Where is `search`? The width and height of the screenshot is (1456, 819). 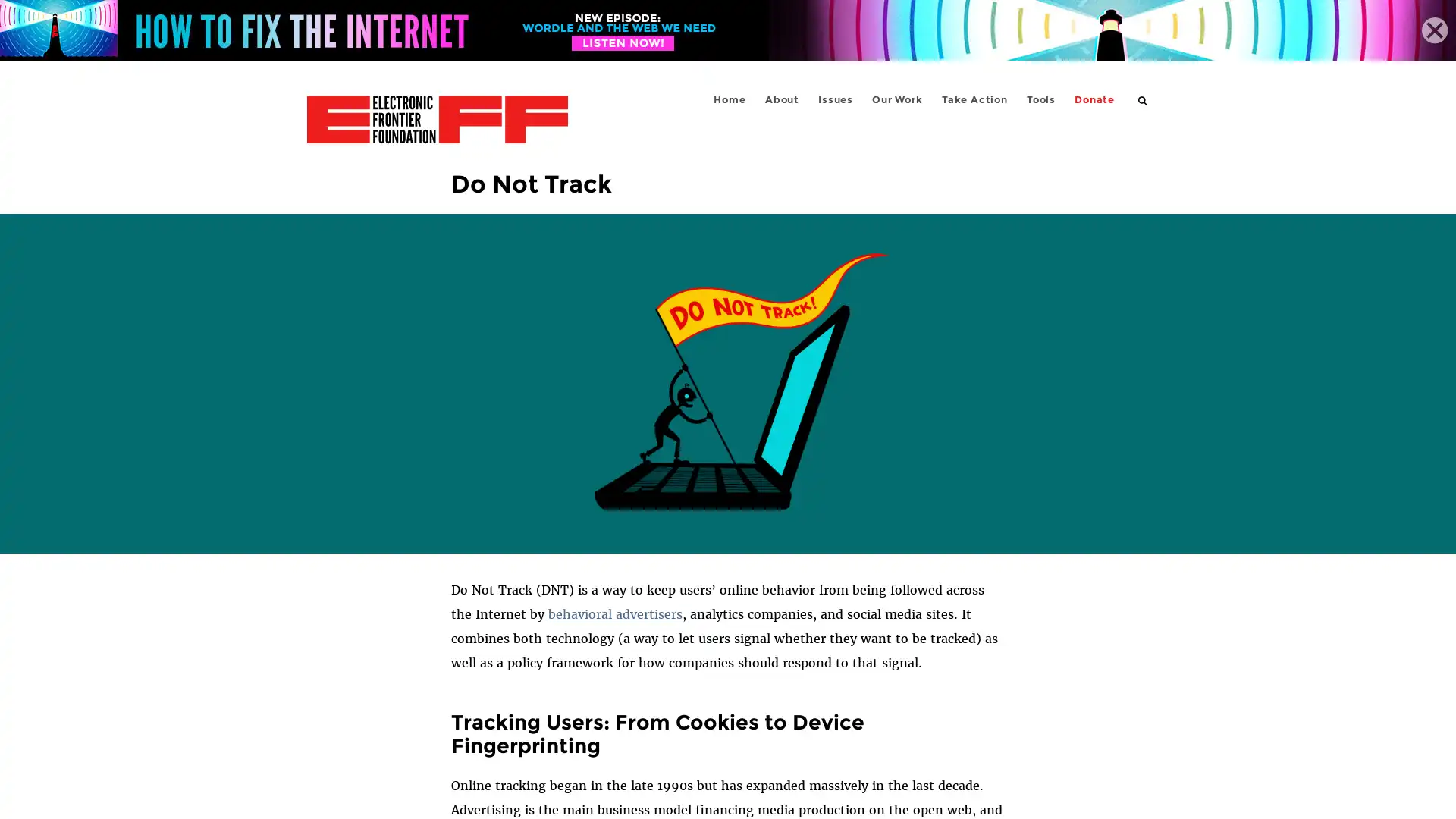
search is located at coordinates (1143, 99).